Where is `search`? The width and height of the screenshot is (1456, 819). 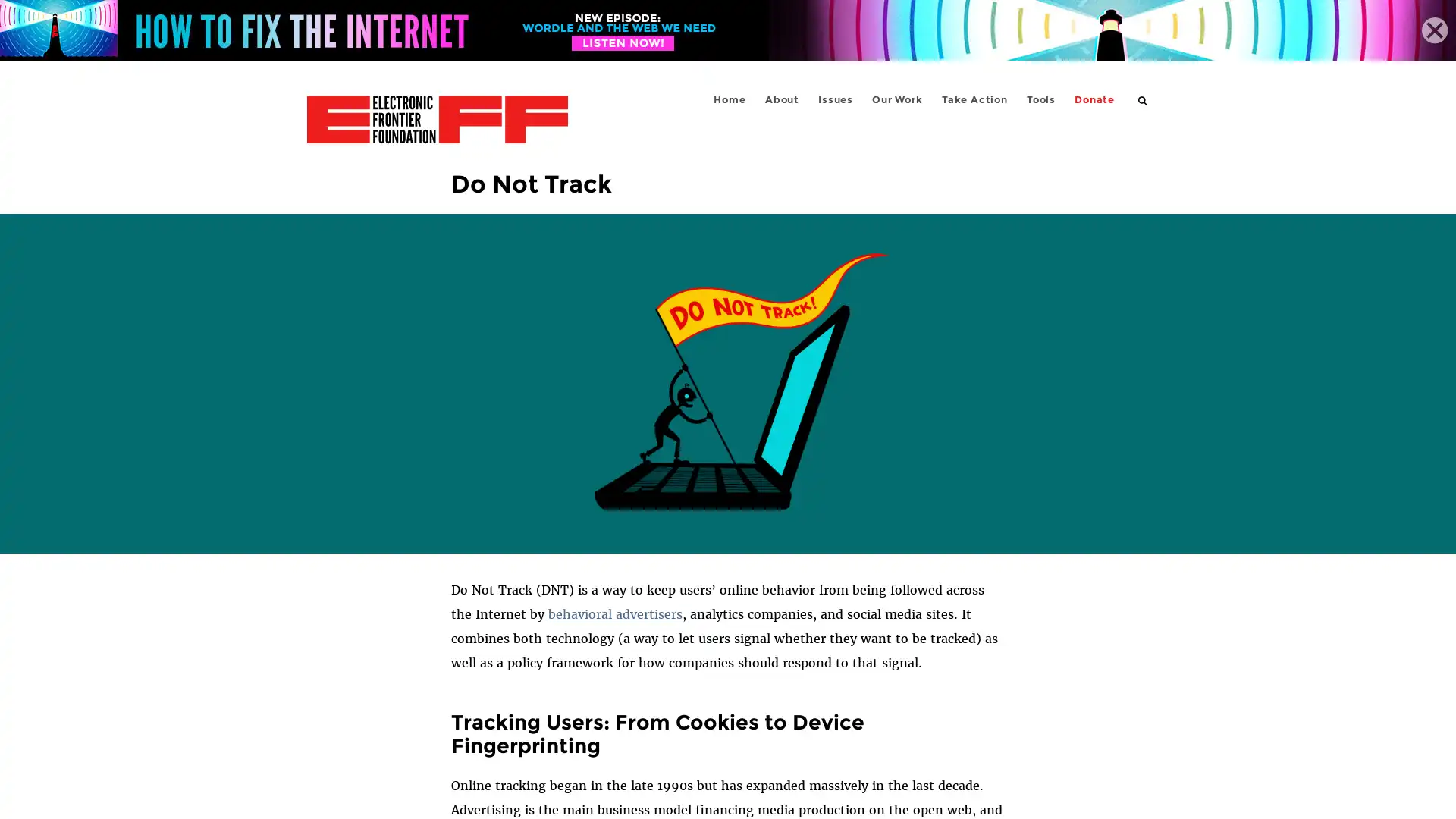
search is located at coordinates (1143, 99).